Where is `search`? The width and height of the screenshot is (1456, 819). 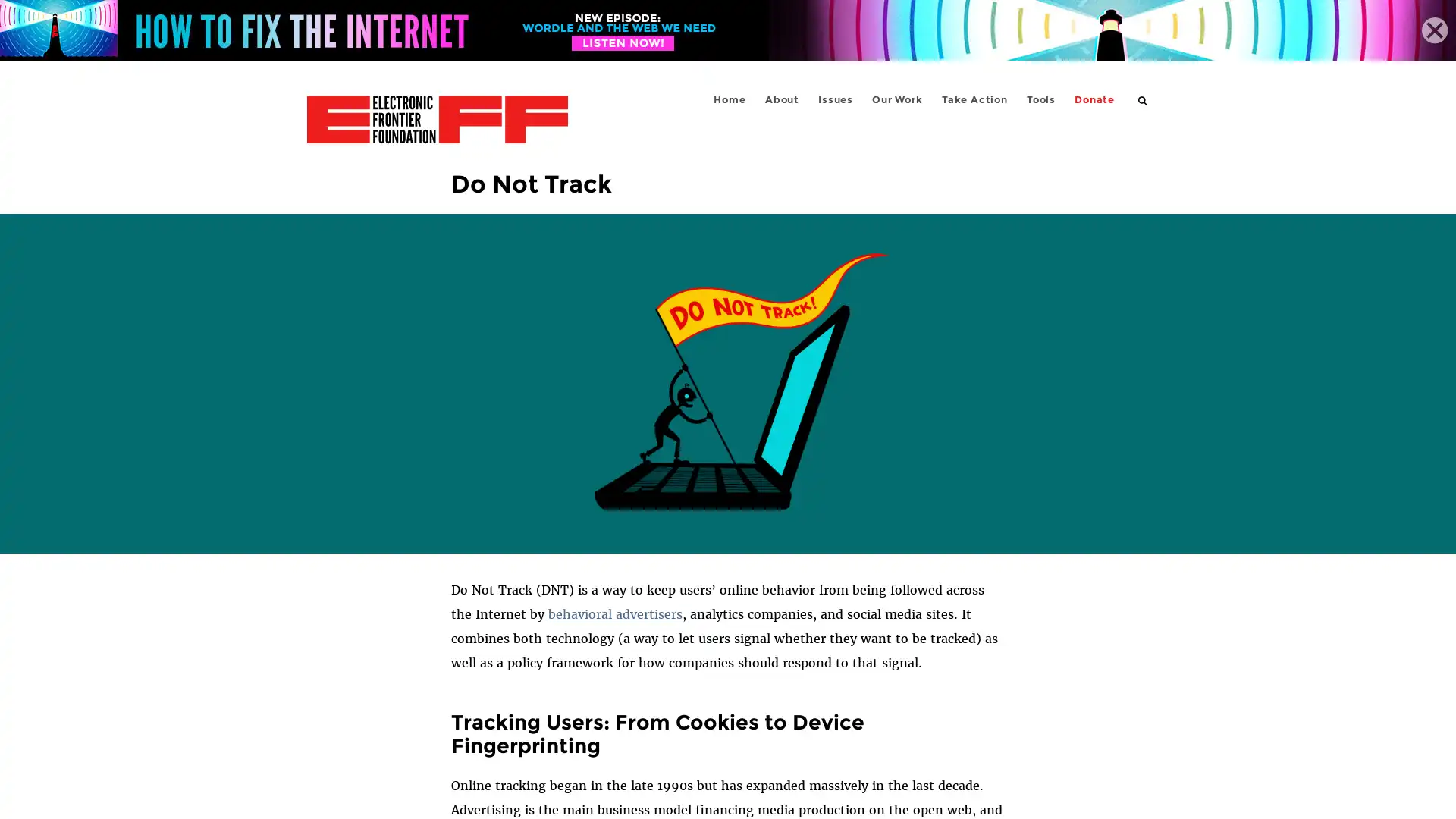
search is located at coordinates (1143, 99).